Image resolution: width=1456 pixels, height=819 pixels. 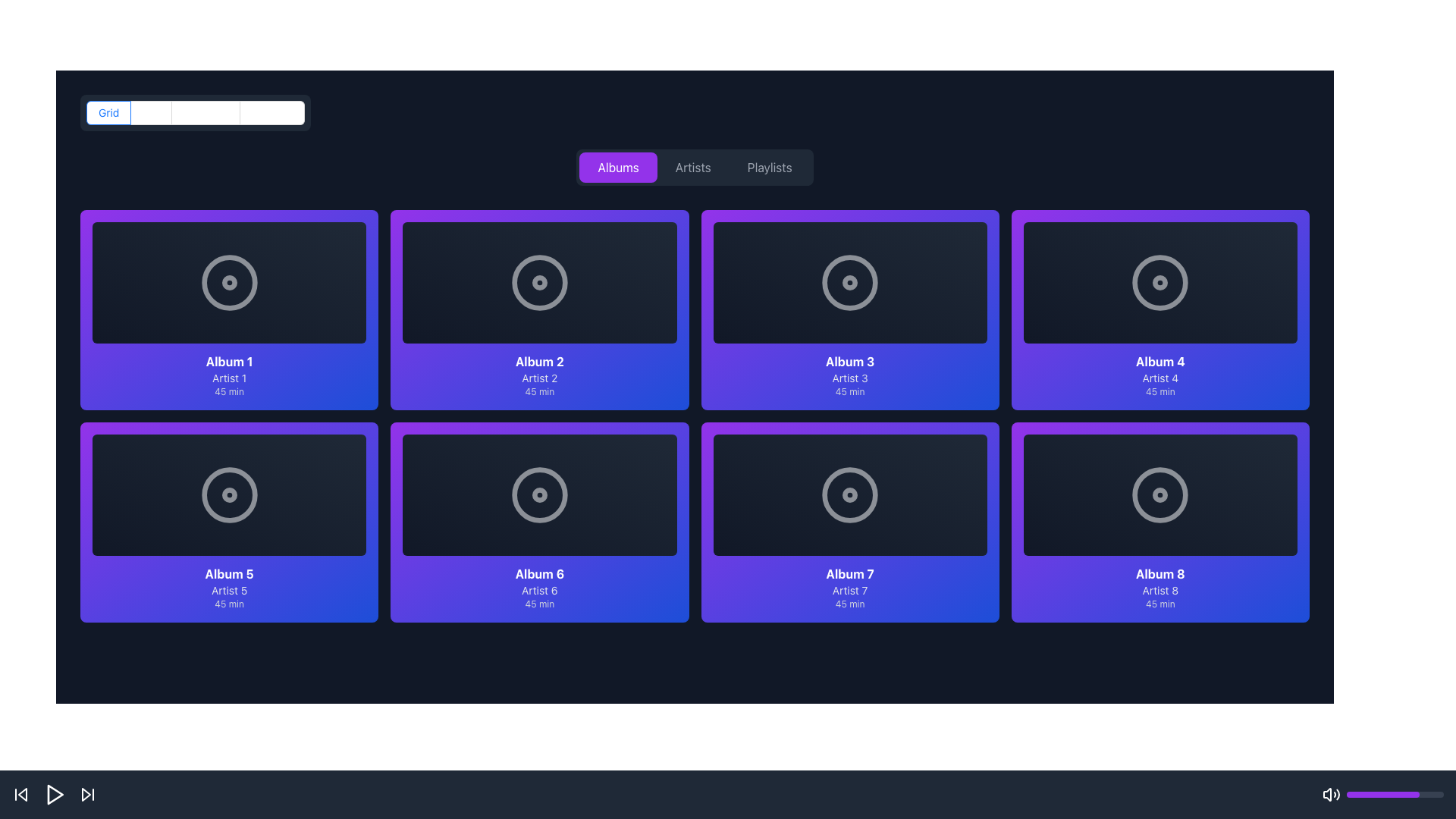 I want to click on the slider value, so click(x=1383, y=794).